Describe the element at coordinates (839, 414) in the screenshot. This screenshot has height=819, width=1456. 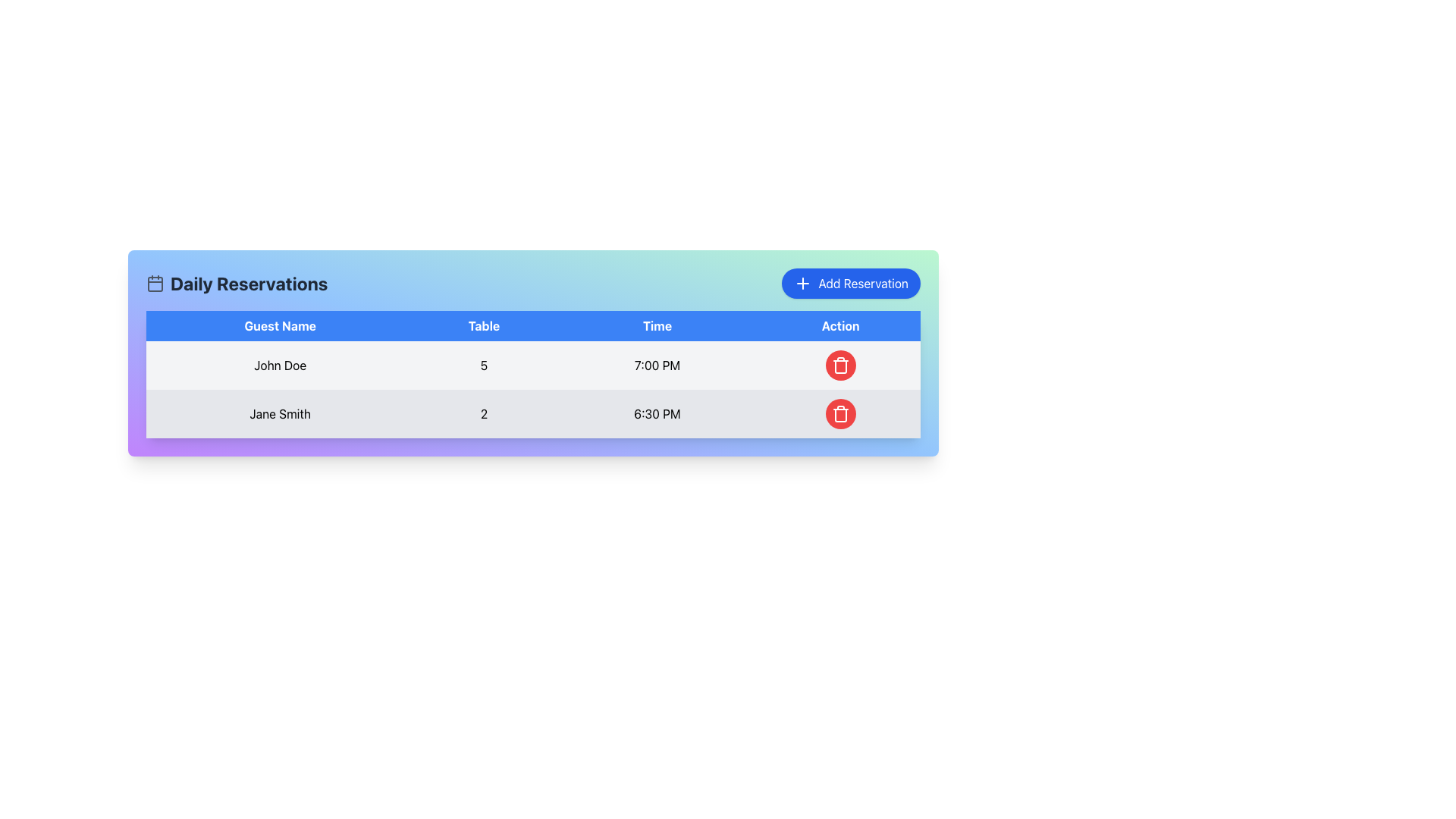
I see `the delete button located in the 'Action' column of the second row, adjacent to the '6:30 PM' timestamp` at that location.